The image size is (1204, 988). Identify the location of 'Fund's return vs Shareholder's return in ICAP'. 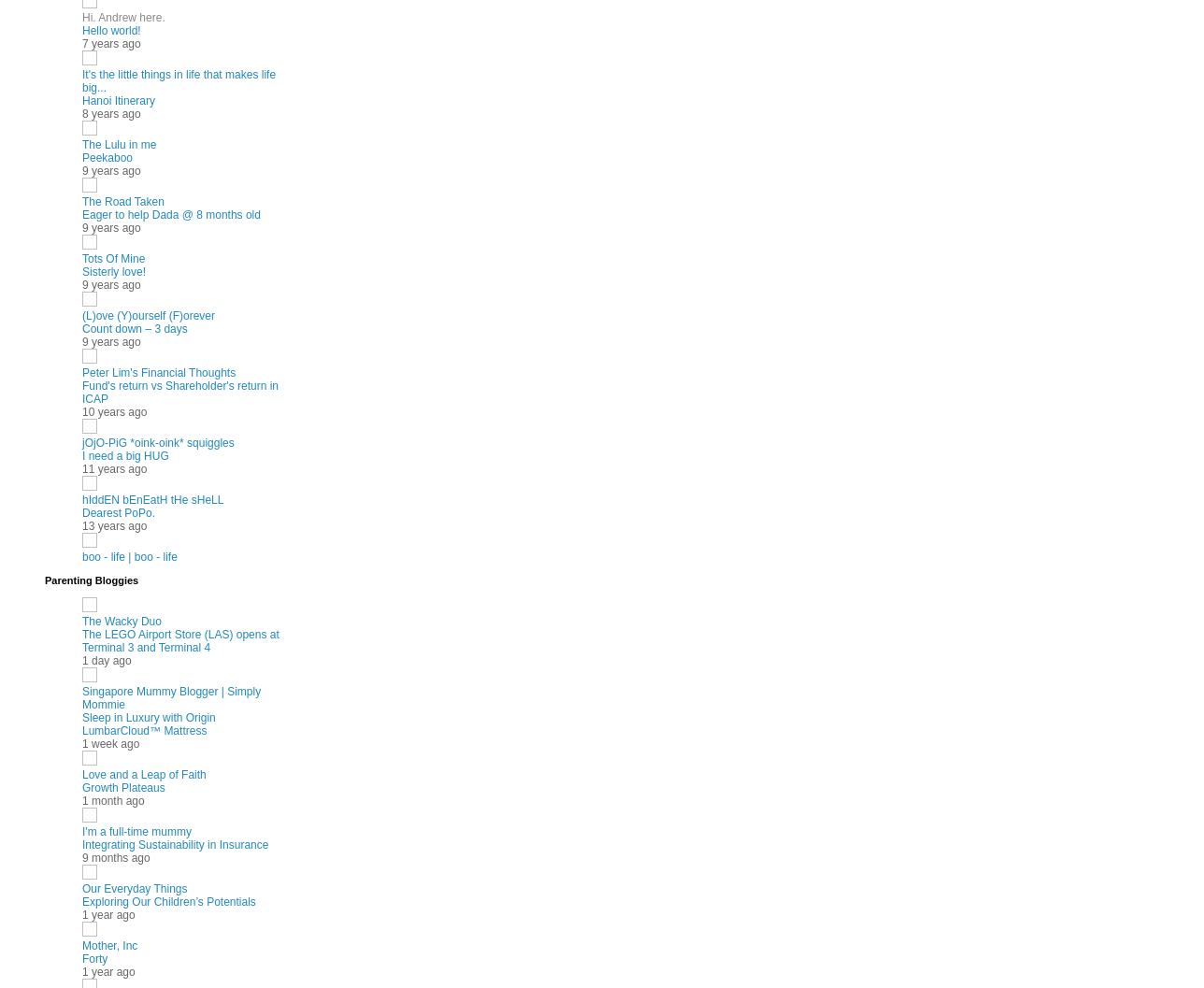
(179, 390).